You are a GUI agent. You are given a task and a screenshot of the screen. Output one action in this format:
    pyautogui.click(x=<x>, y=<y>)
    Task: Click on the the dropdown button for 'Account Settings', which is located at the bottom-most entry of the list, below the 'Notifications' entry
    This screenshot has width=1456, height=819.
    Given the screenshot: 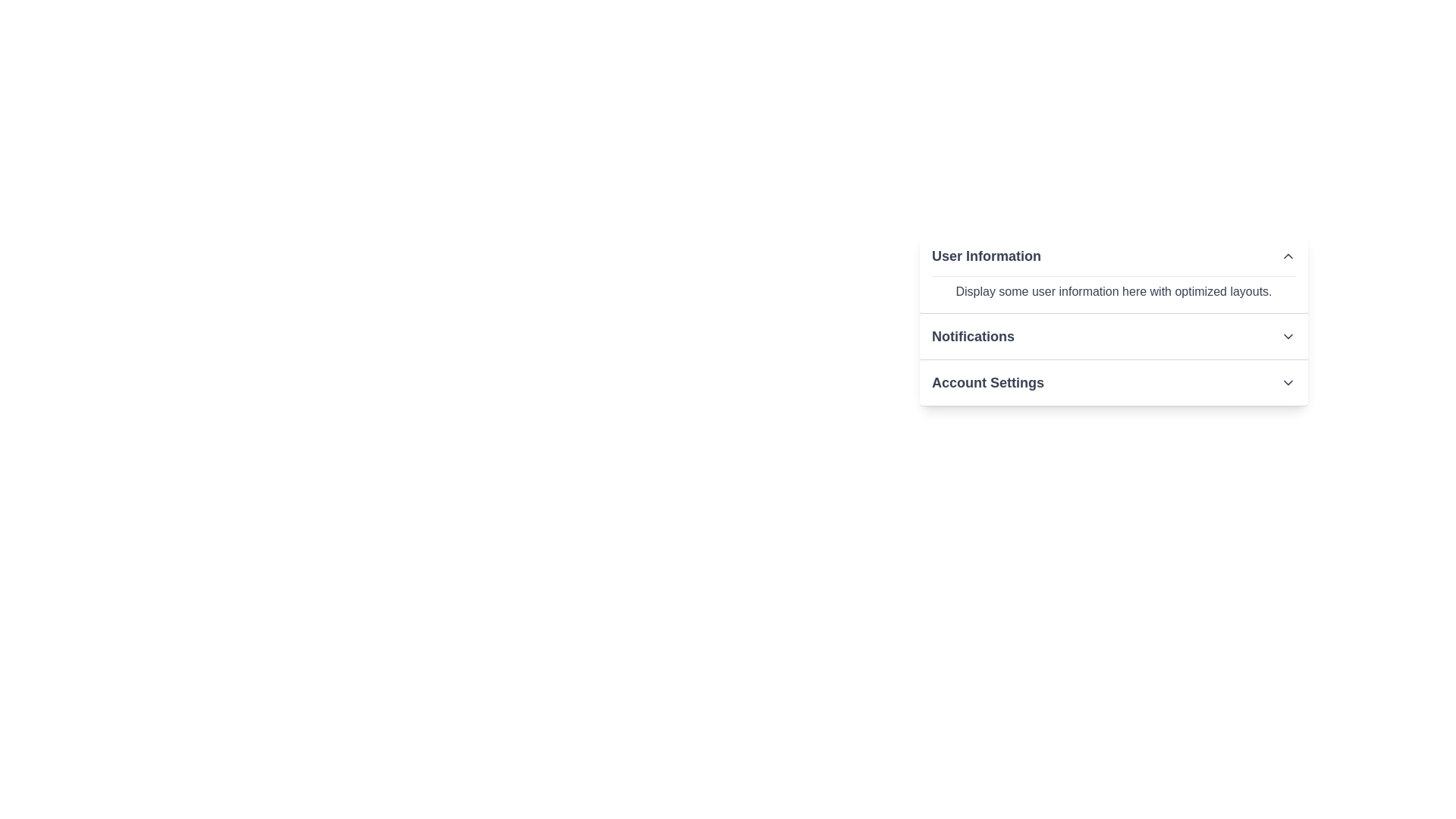 What is the action you would take?
    pyautogui.click(x=1113, y=382)
    